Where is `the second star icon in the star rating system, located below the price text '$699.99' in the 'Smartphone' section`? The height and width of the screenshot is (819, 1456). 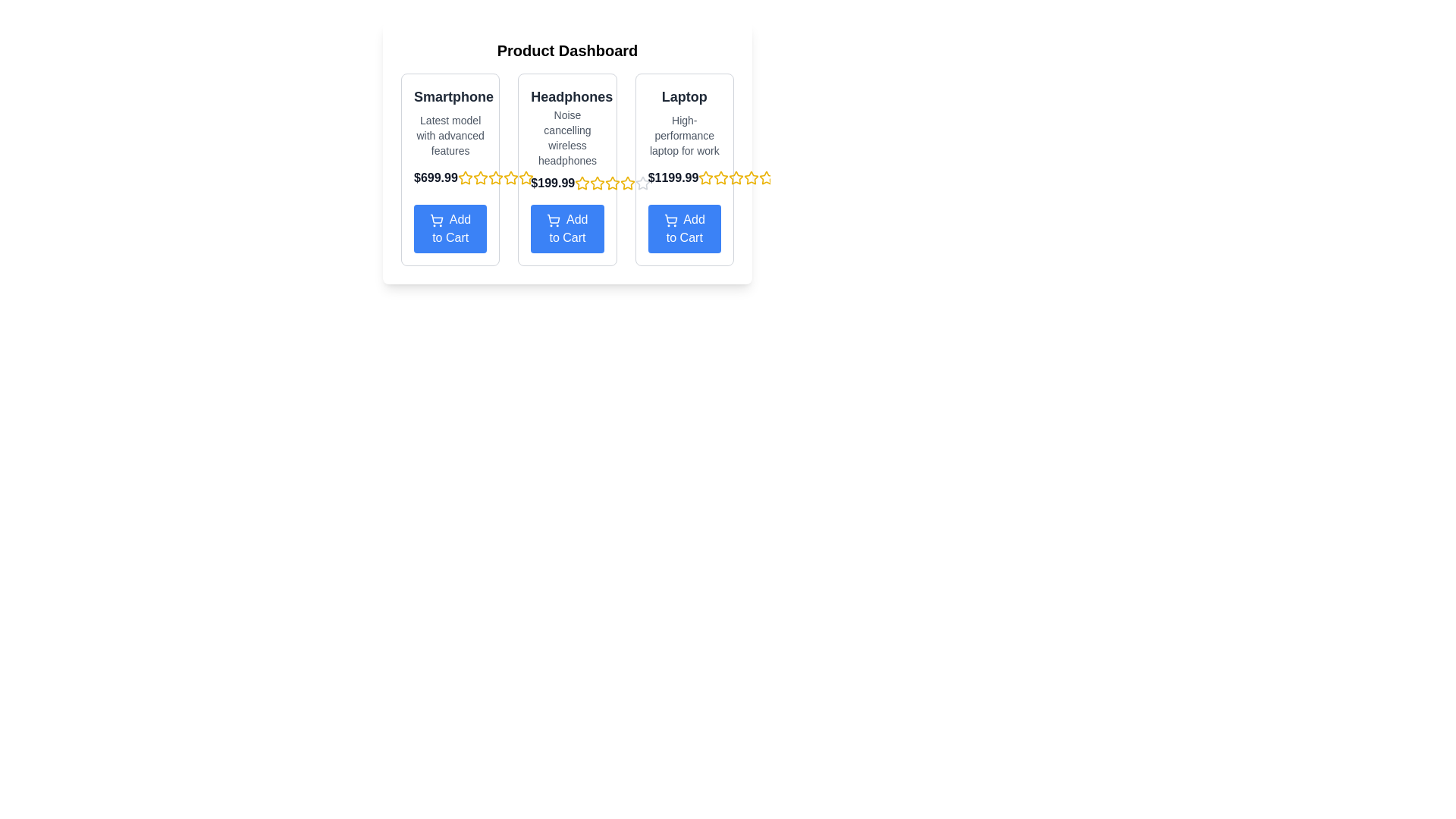
the second star icon in the star rating system, located below the price text '$699.99' in the 'Smartphone' section is located at coordinates (479, 177).